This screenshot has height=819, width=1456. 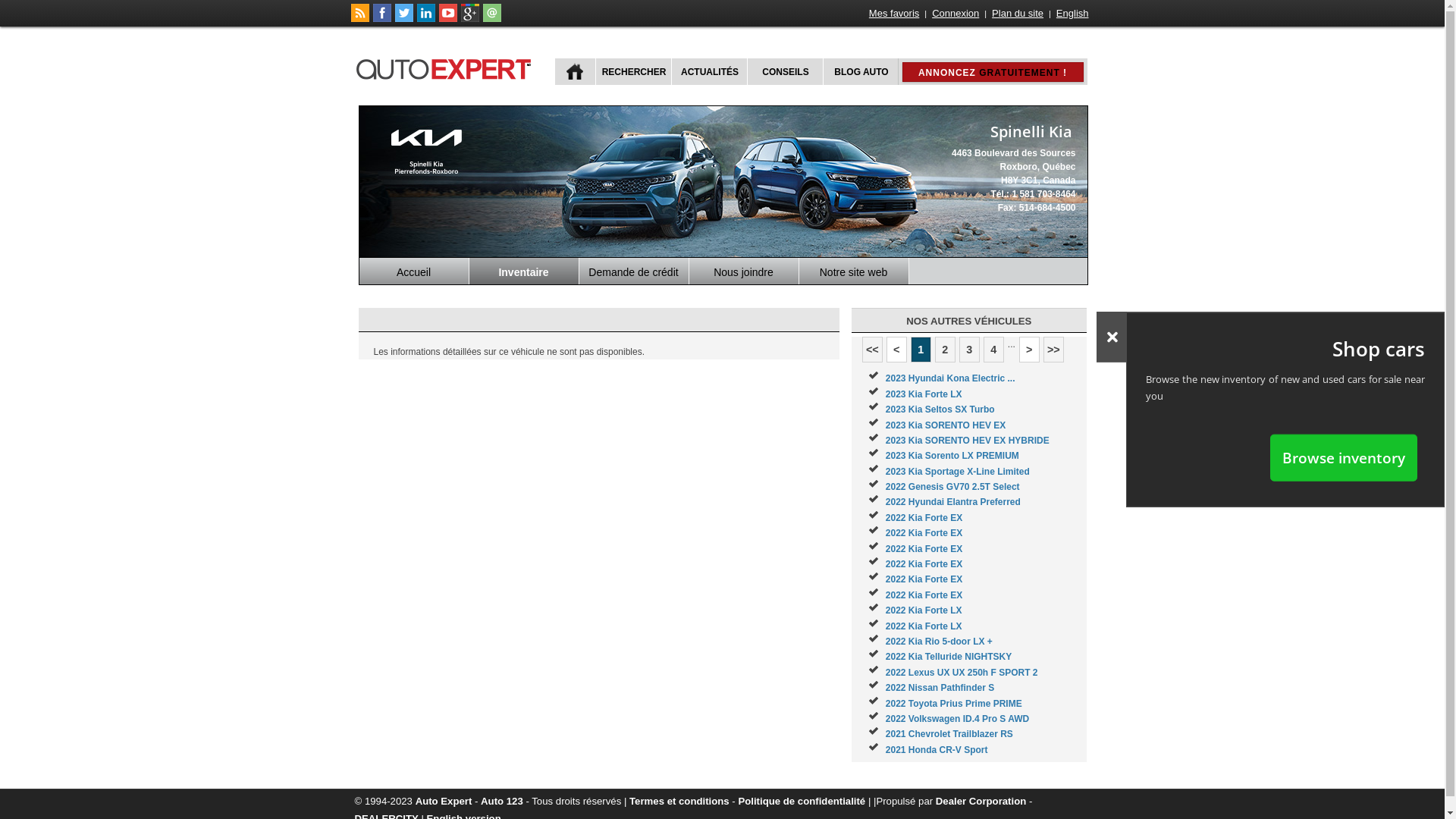 What do you see at coordinates (948, 656) in the screenshot?
I see `'2022 Kia Telluride NIGHTSKY'` at bounding box center [948, 656].